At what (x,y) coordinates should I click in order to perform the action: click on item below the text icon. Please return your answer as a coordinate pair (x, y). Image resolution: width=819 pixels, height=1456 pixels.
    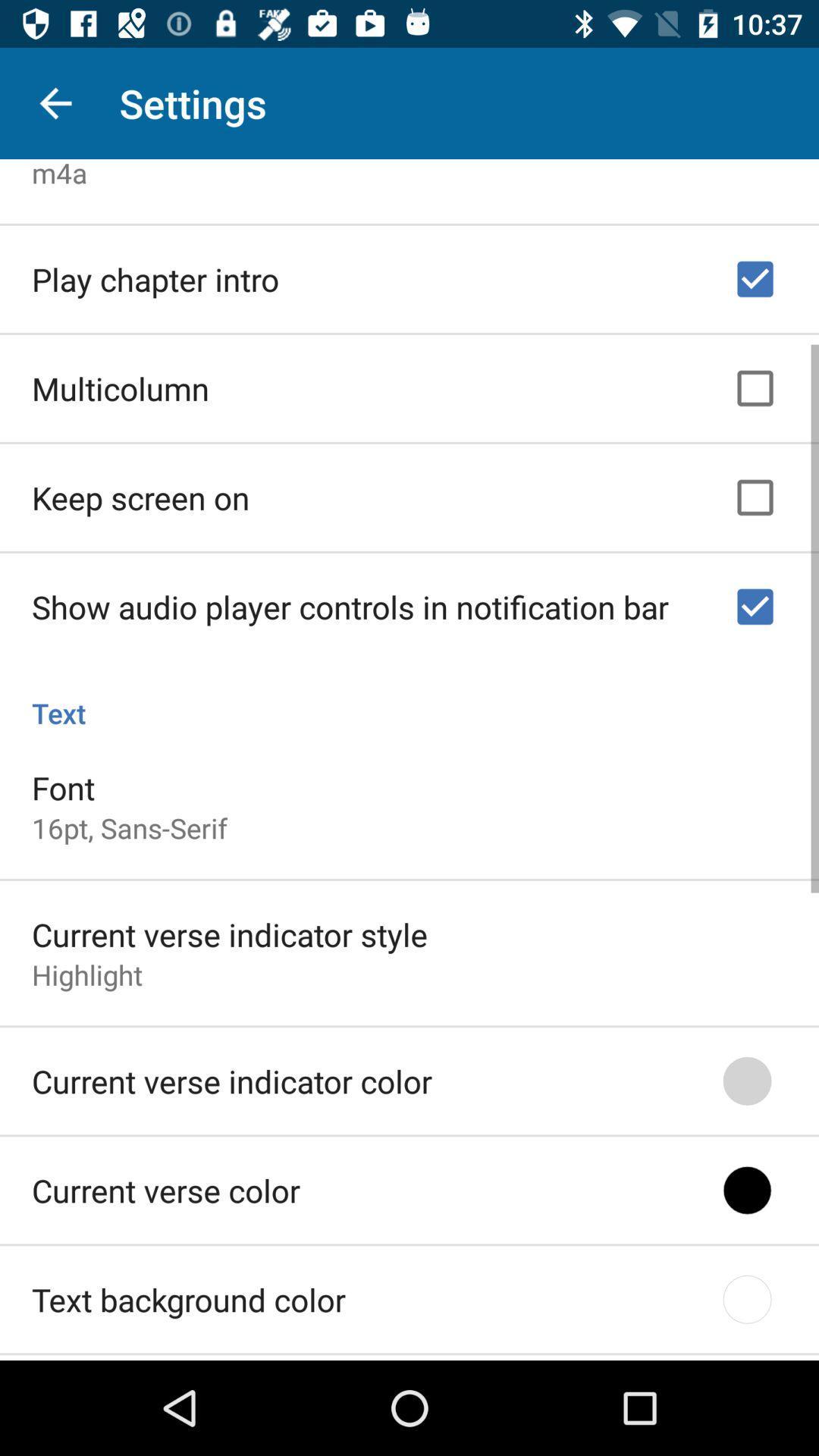
    Looking at the image, I should click on (62, 783).